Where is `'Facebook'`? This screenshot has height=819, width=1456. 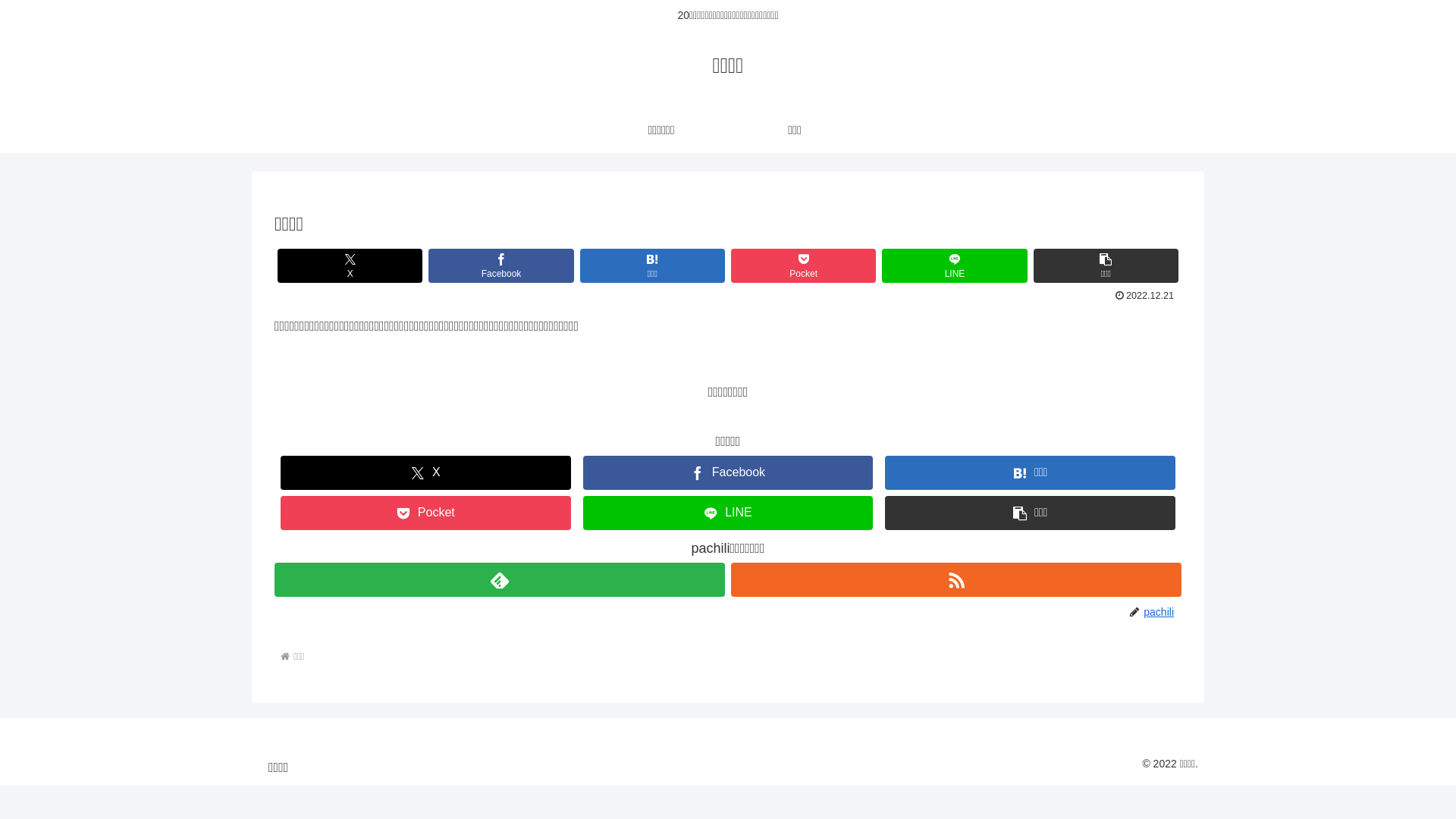
'Facebook' is located at coordinates (500, 265).